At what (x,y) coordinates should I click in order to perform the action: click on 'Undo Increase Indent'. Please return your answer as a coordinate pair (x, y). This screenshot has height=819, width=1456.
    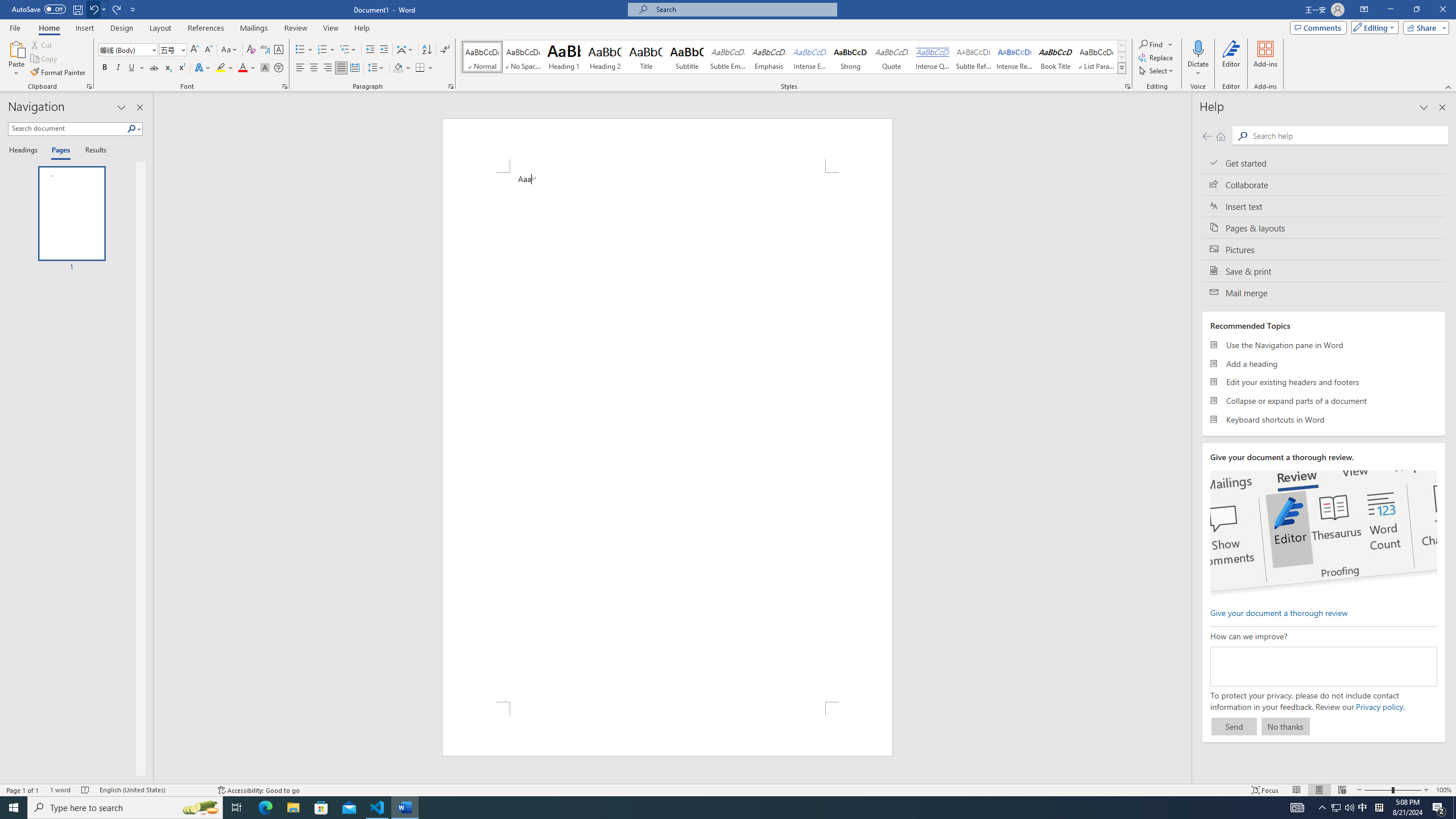
    Looking at the image, I should click on (97, 9).